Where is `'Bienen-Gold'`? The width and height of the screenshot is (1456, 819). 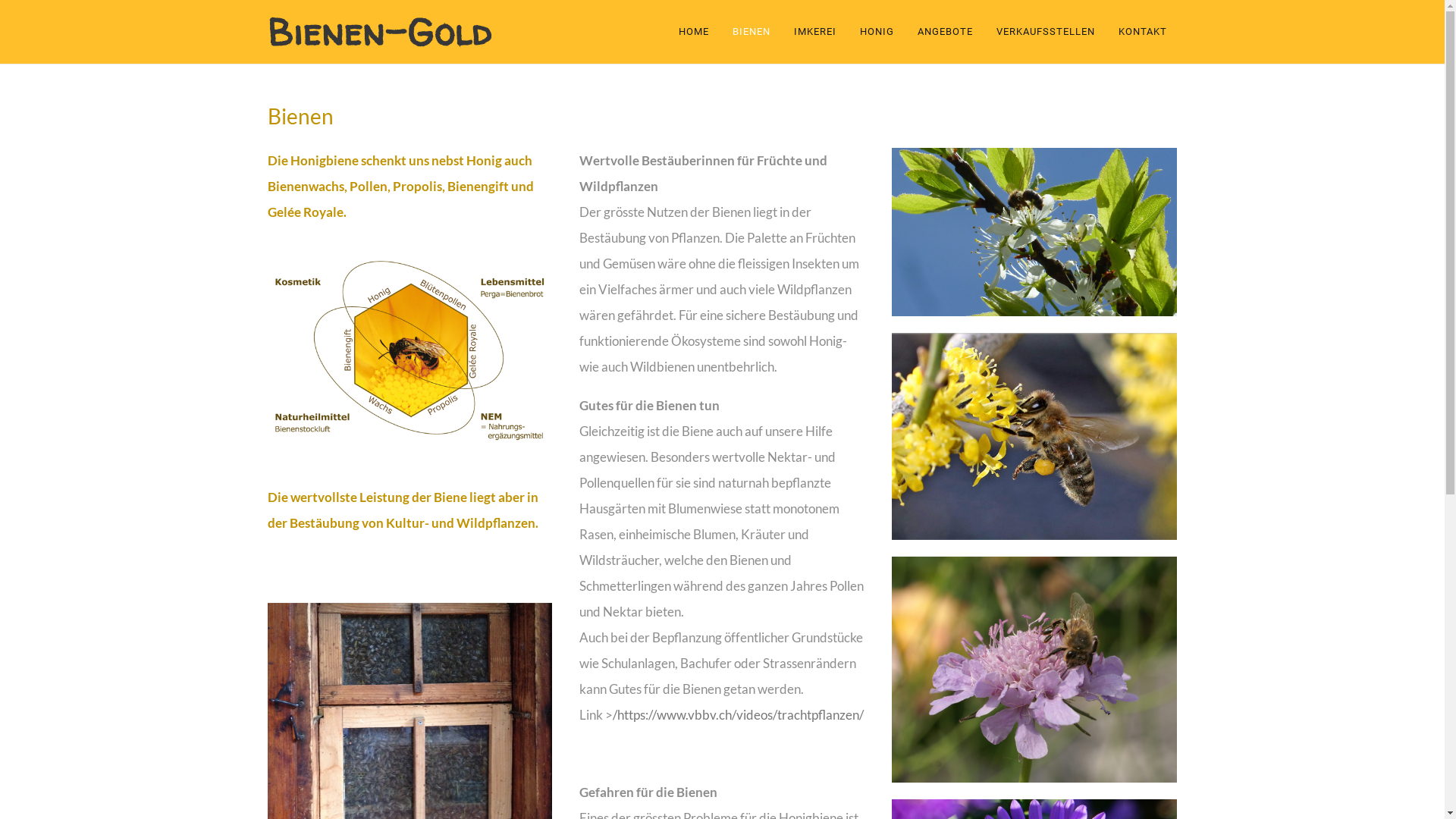 'Bienen-Gold' is located at coordinates (266, 32).